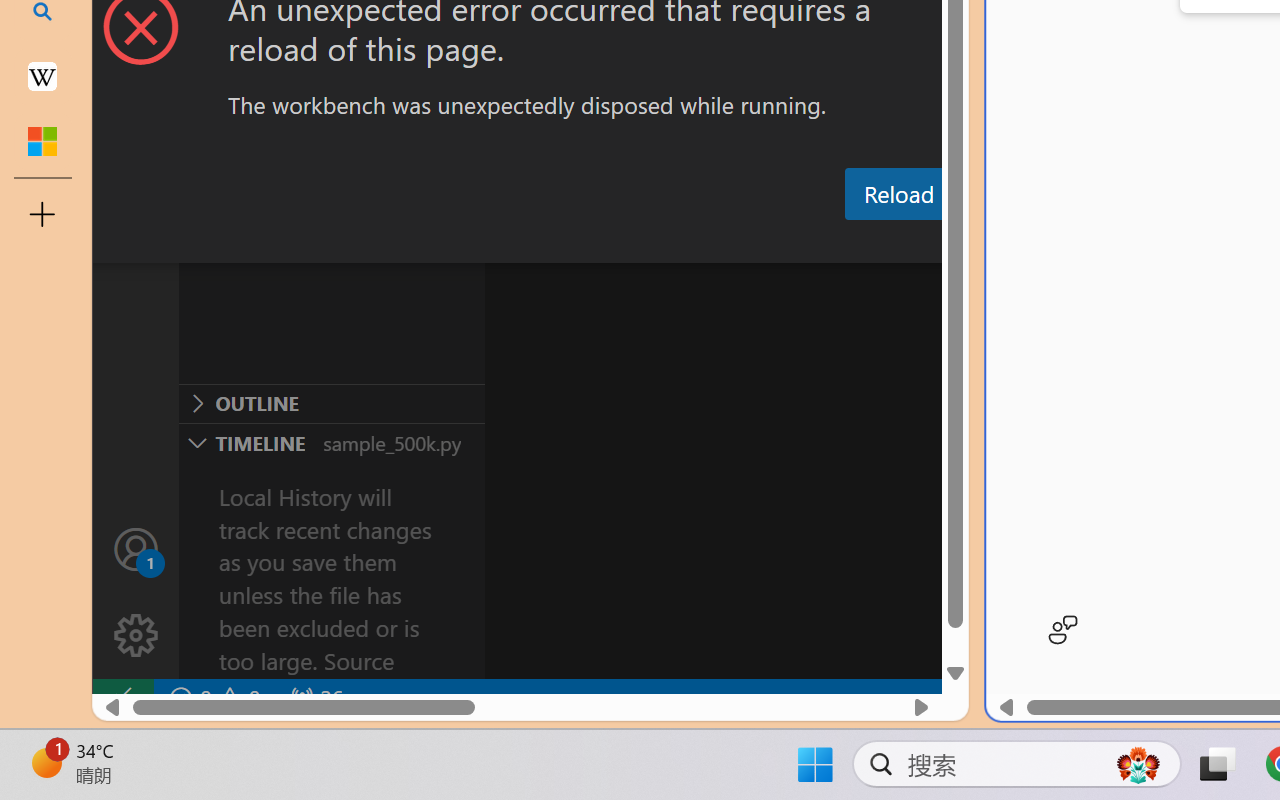 This screenshot has width=1280, height=800. What do you see at coordinates (134, 634) in the screenshot?
I see `'Manage'` at bounding box center [134, 634].